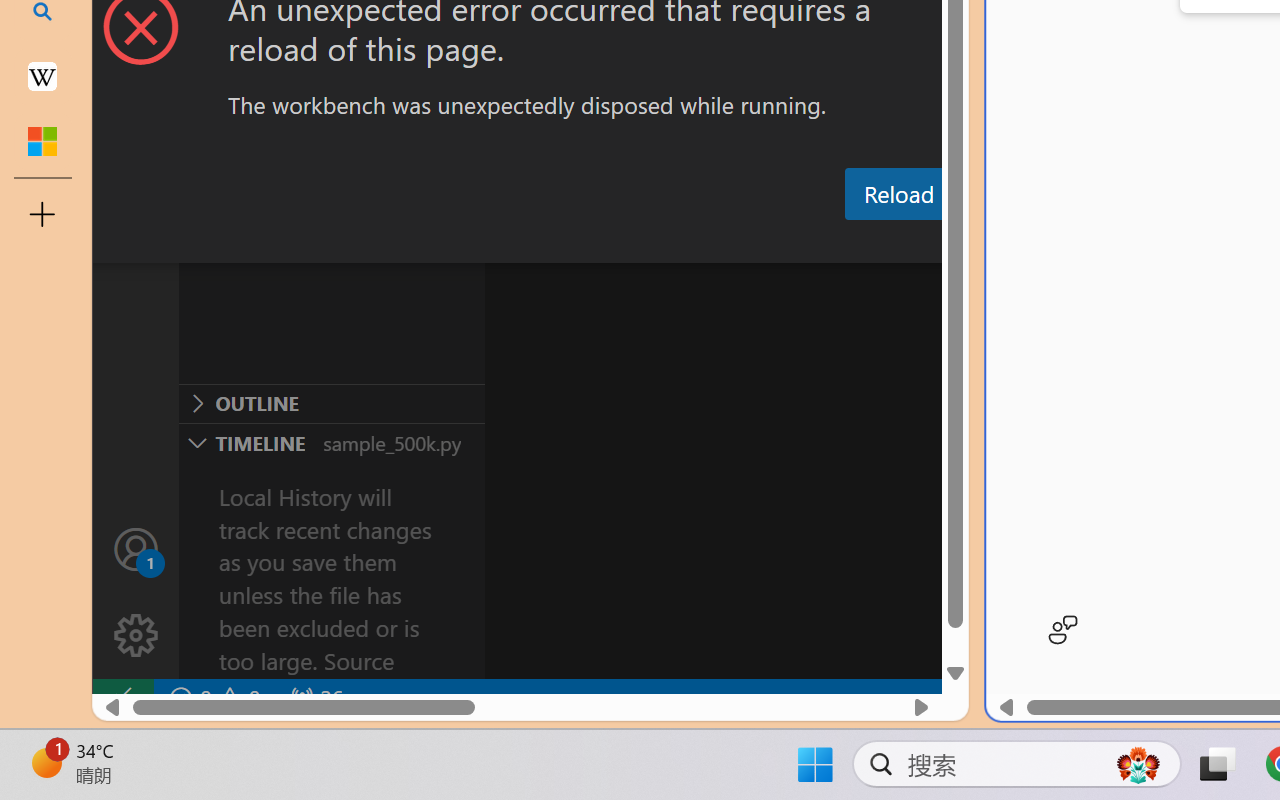 This screenshot has width=1280, height=800. What do you see at coordinates (134, 634) in the screenshot?
I see `'Manage'` at bounding box center [134, 634].